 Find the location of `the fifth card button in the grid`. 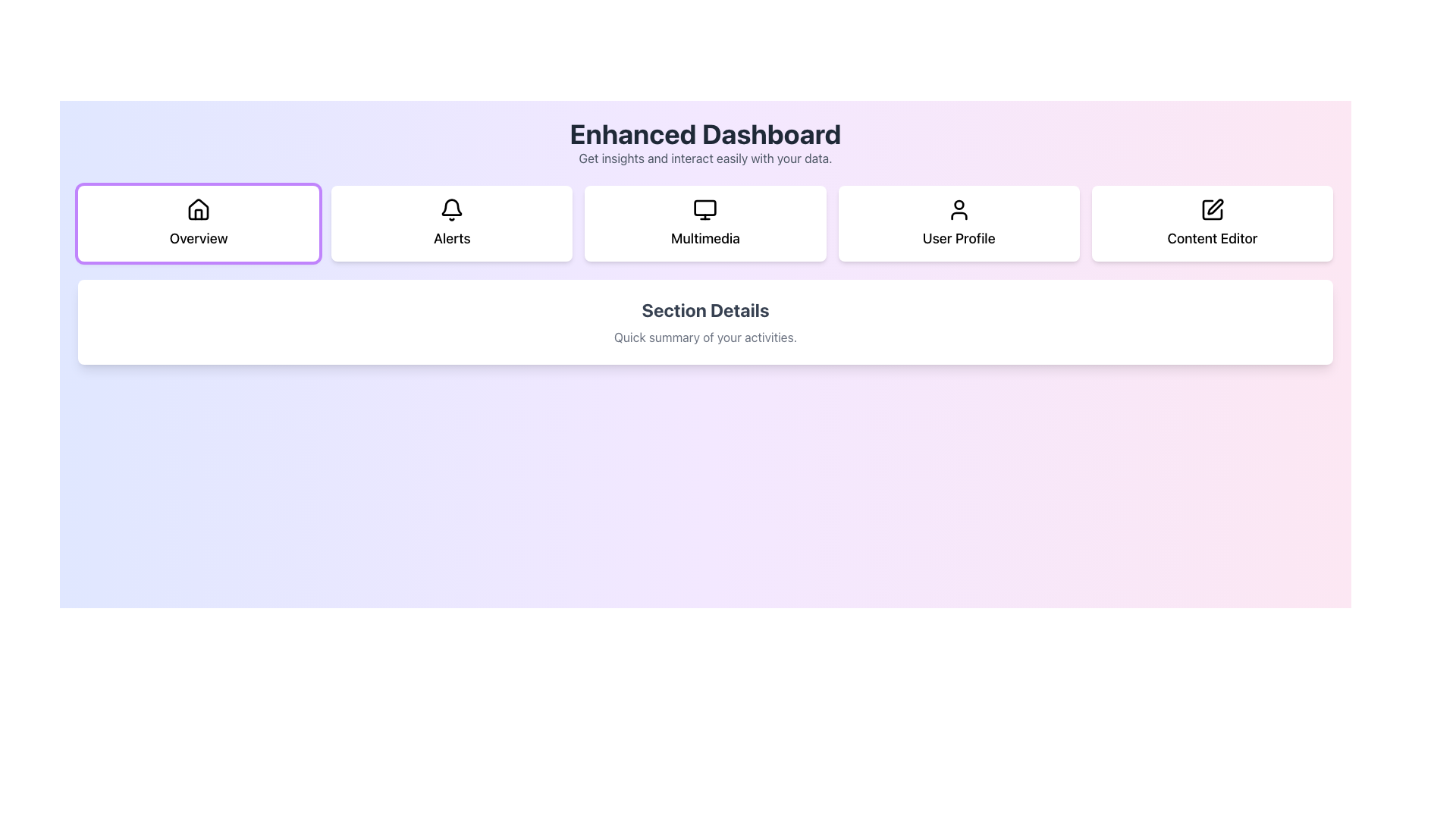

the fifth card button in the grid is located at coordinates (1211, 223).